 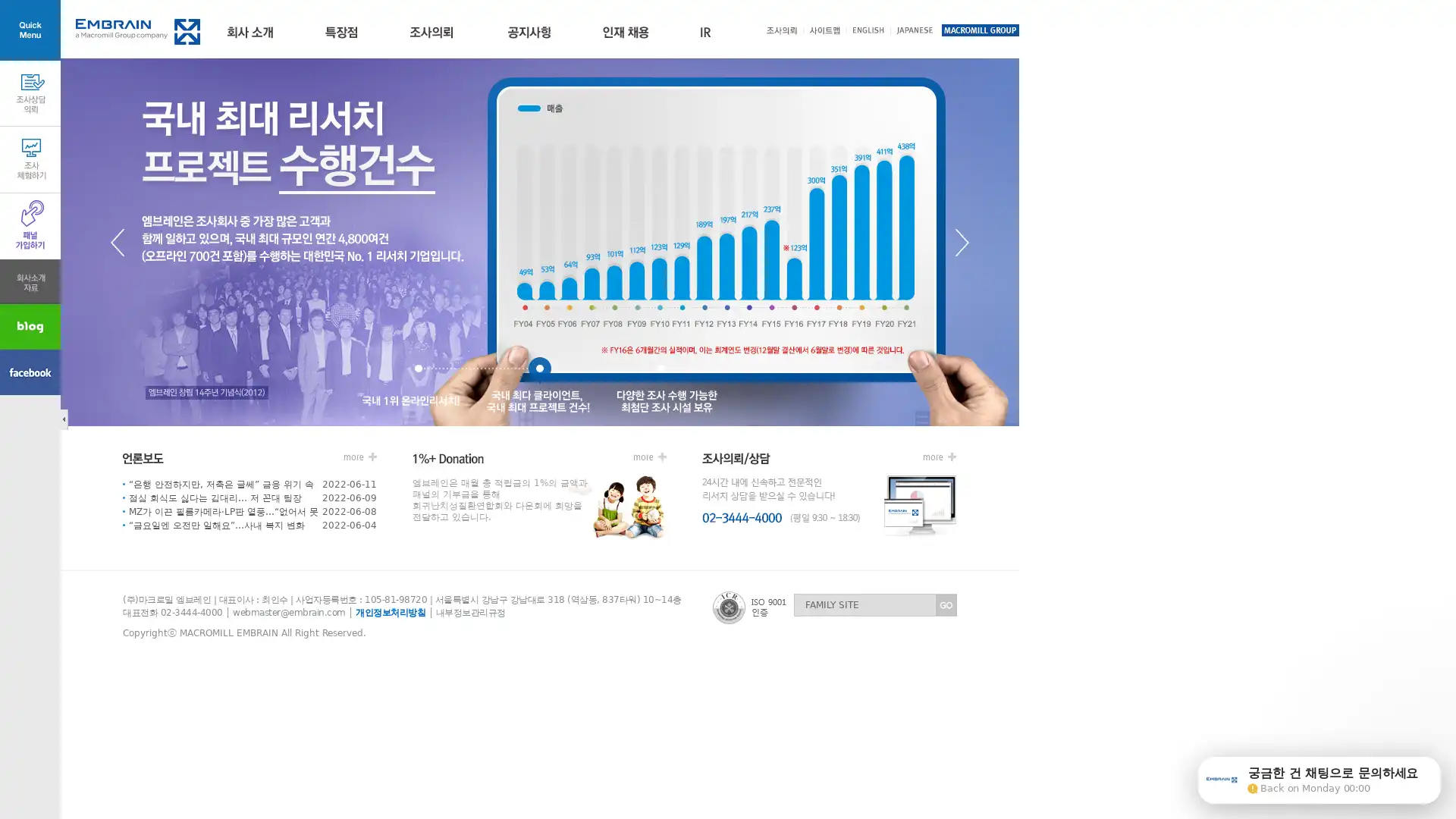 I want to click on Previous, so click(x=116, y=241).